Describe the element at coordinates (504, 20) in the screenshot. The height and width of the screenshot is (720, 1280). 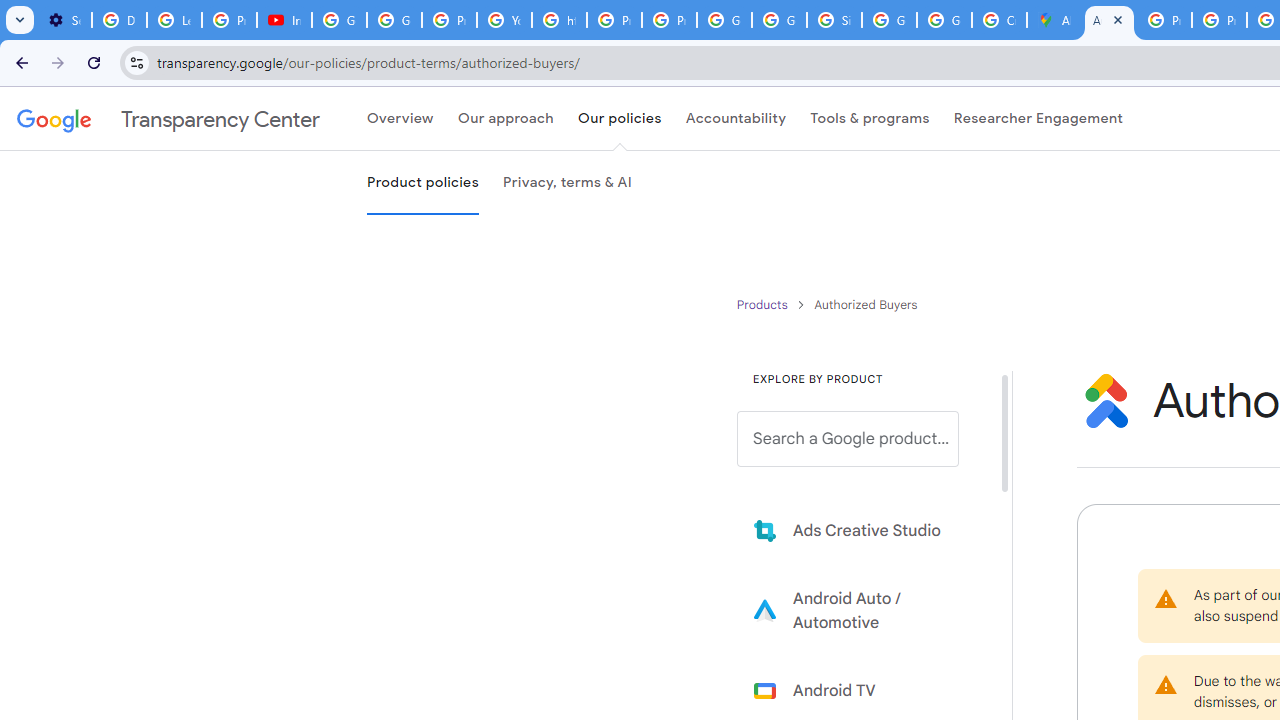
I see `'YouTube'` at that location.